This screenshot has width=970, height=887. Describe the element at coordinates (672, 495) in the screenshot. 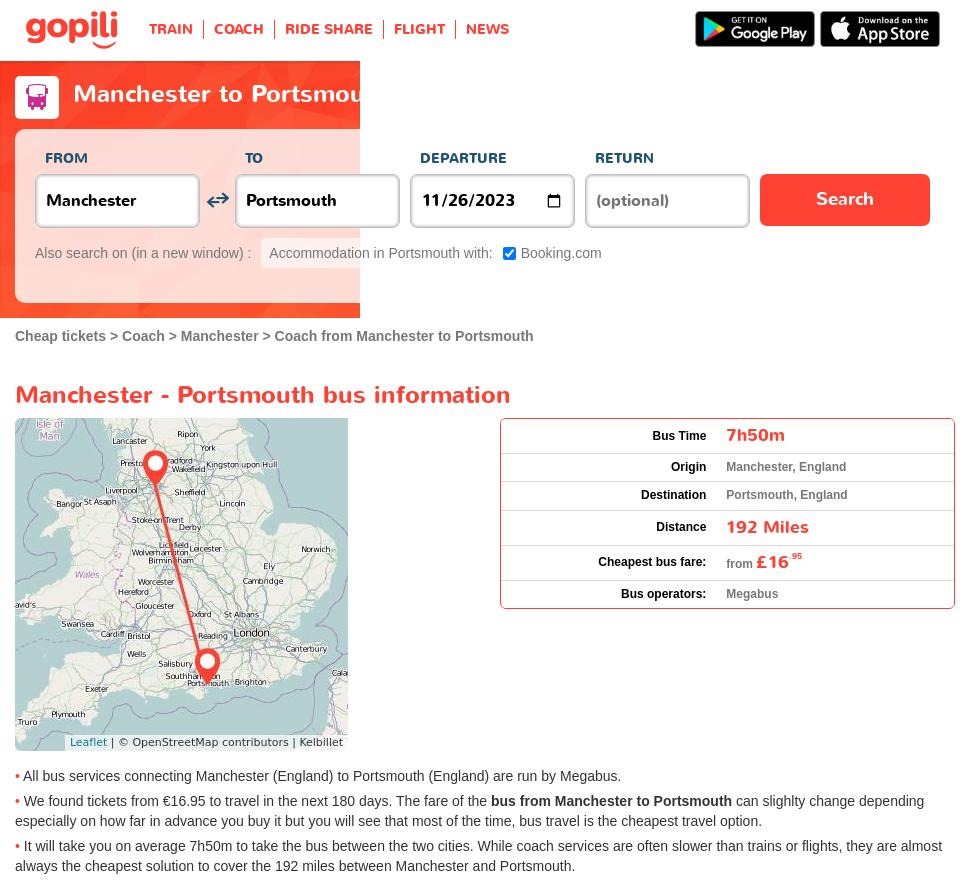

I see `'Destination'` at that location.